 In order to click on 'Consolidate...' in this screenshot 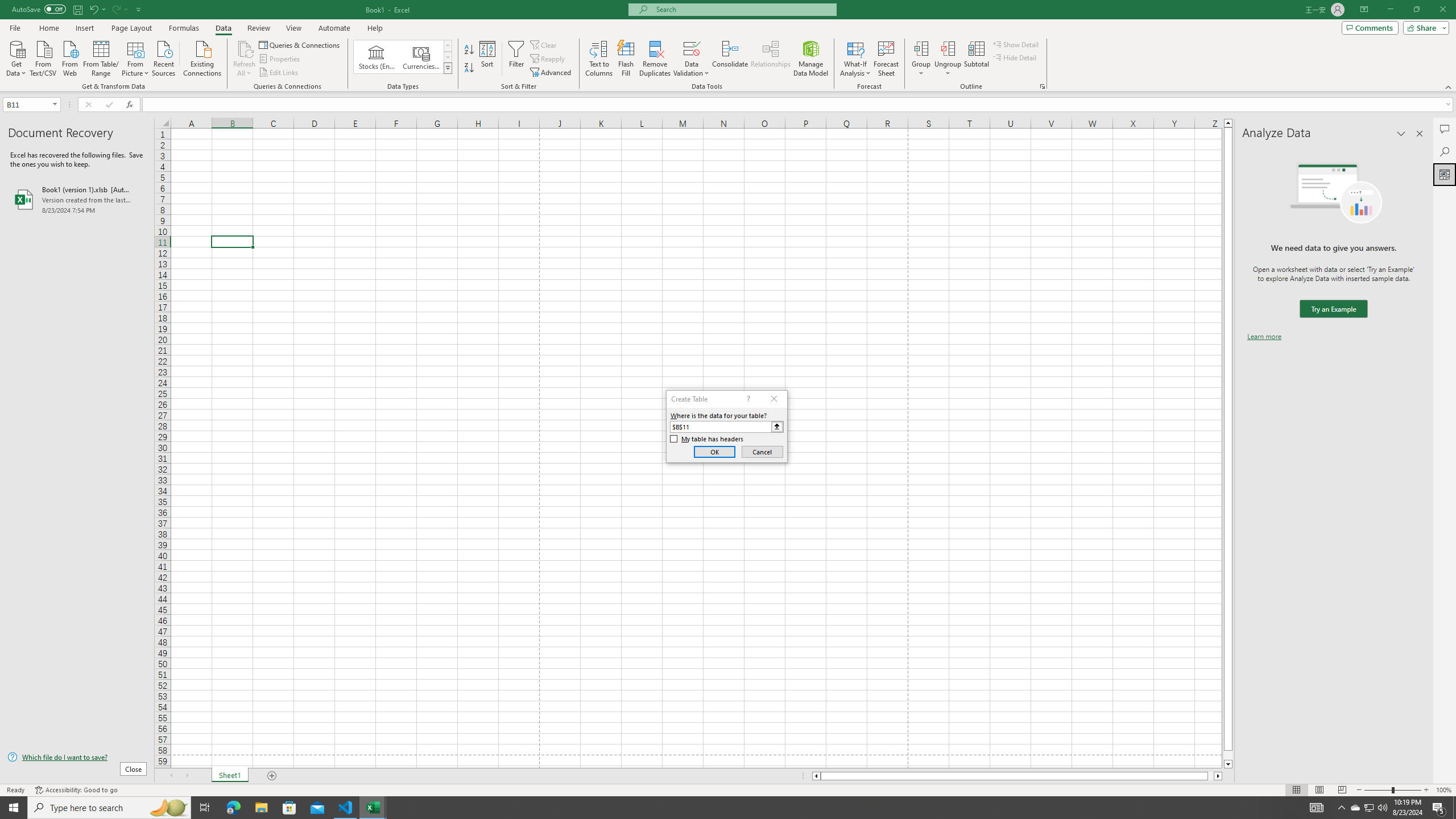, I will do `click(730, 59)`.